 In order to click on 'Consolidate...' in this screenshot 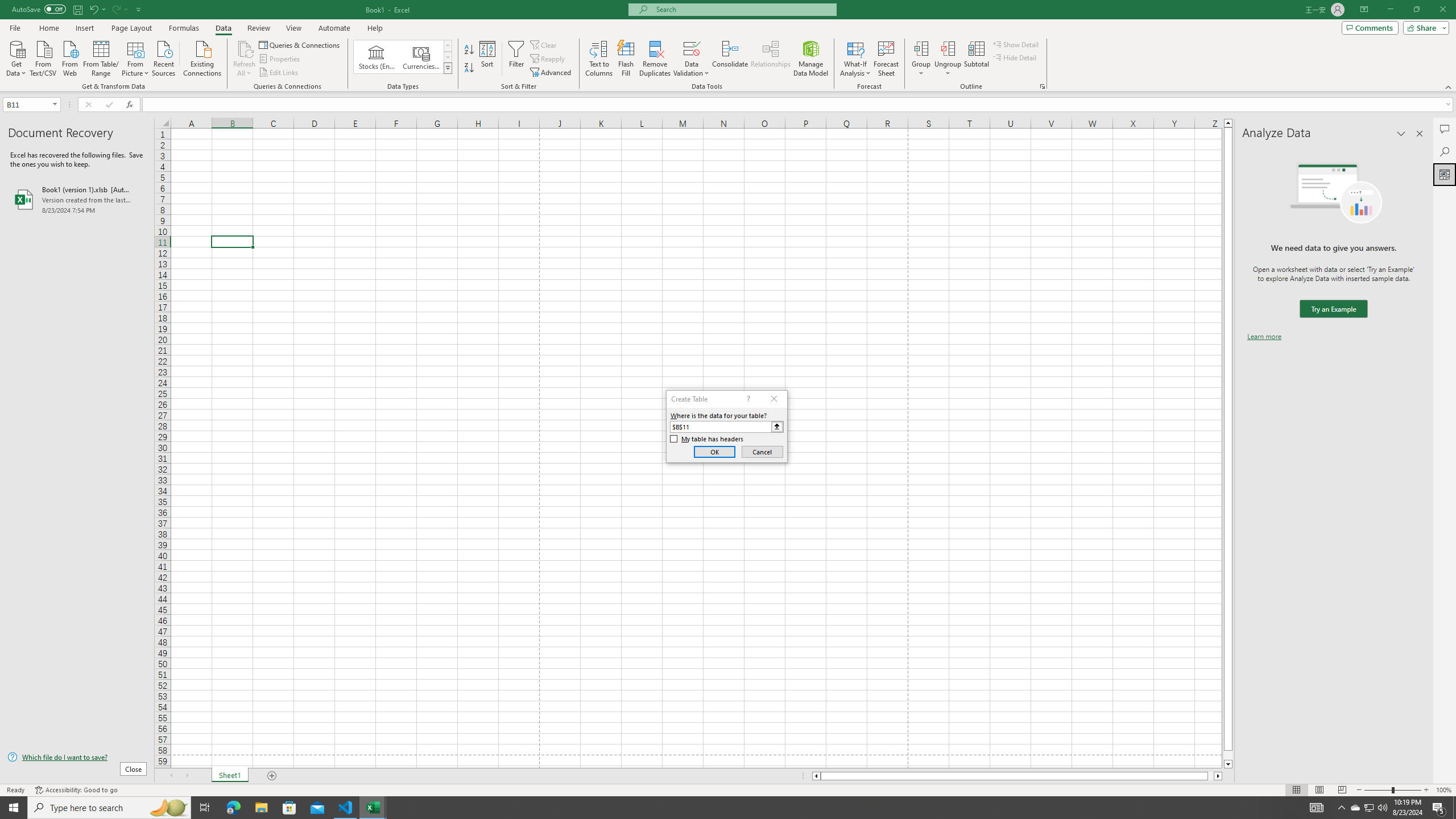, I will do `click(730, 59)`.